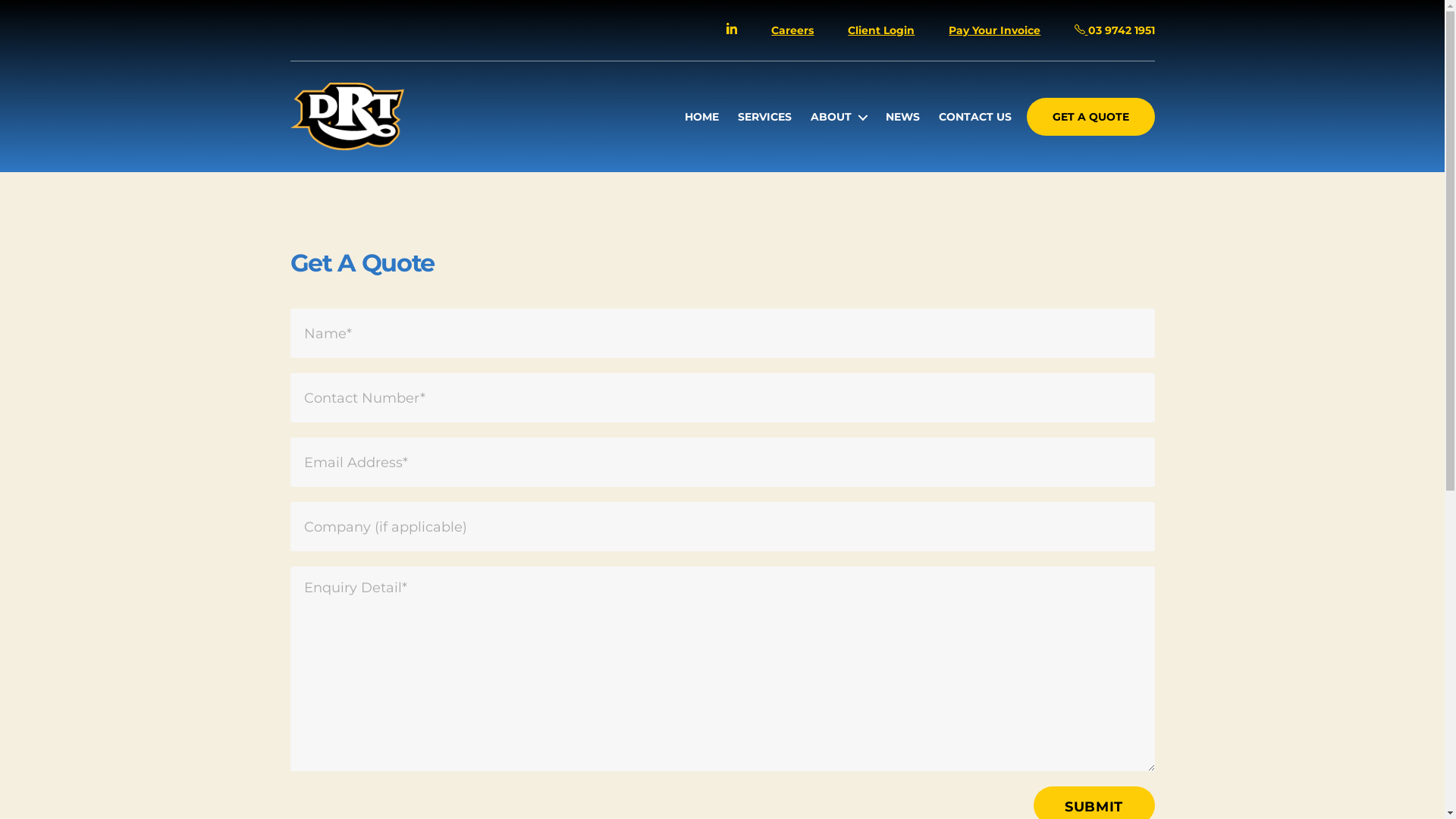 Image resolution: width=1456 pixels, height=819 pixels. Describe the element at coordinates (683, 116) in the screenshot. I see `'HOME'` at that location.